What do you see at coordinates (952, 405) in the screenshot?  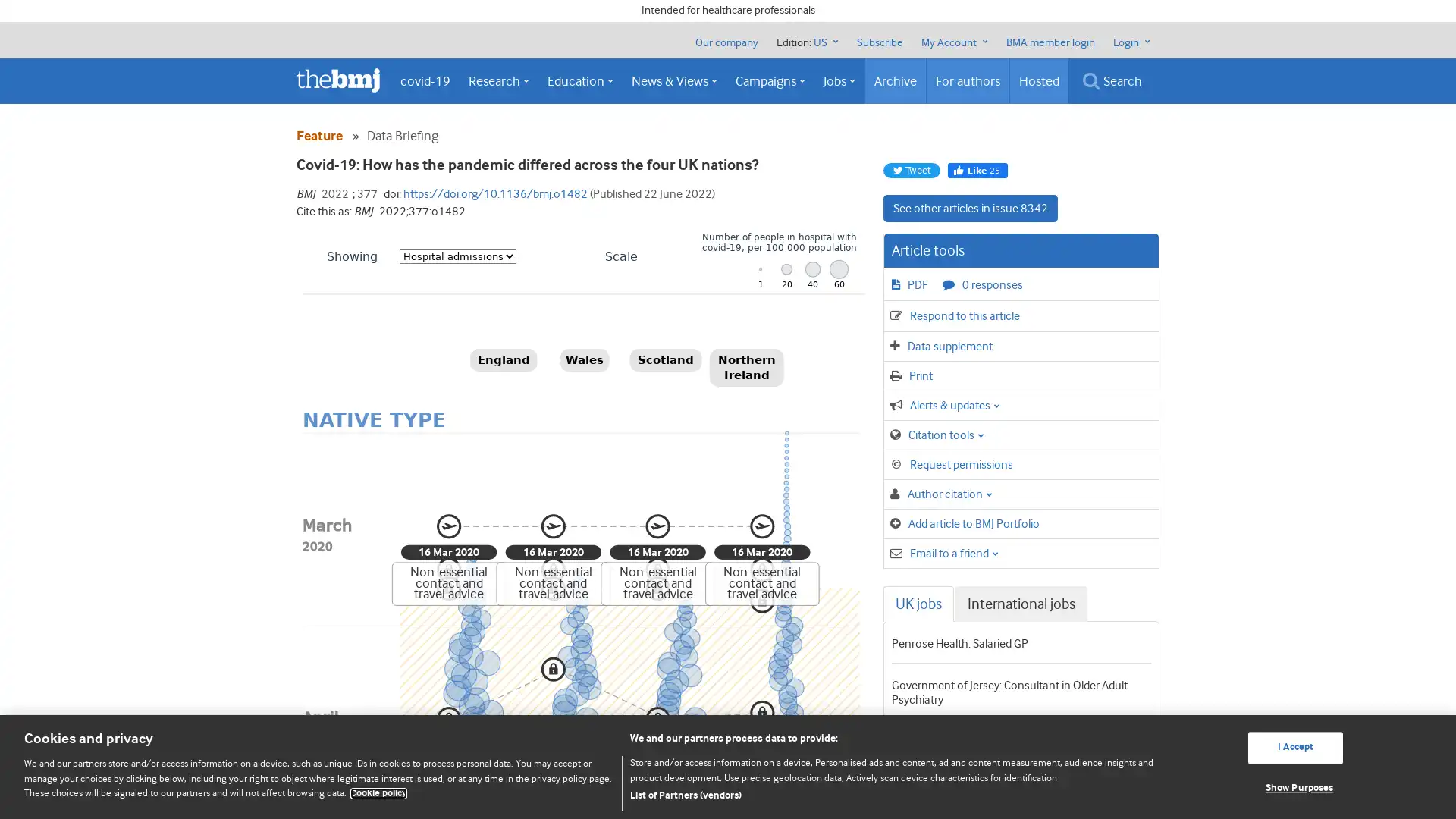 I see `Alerts & updates` at bounding box center [952, 405].